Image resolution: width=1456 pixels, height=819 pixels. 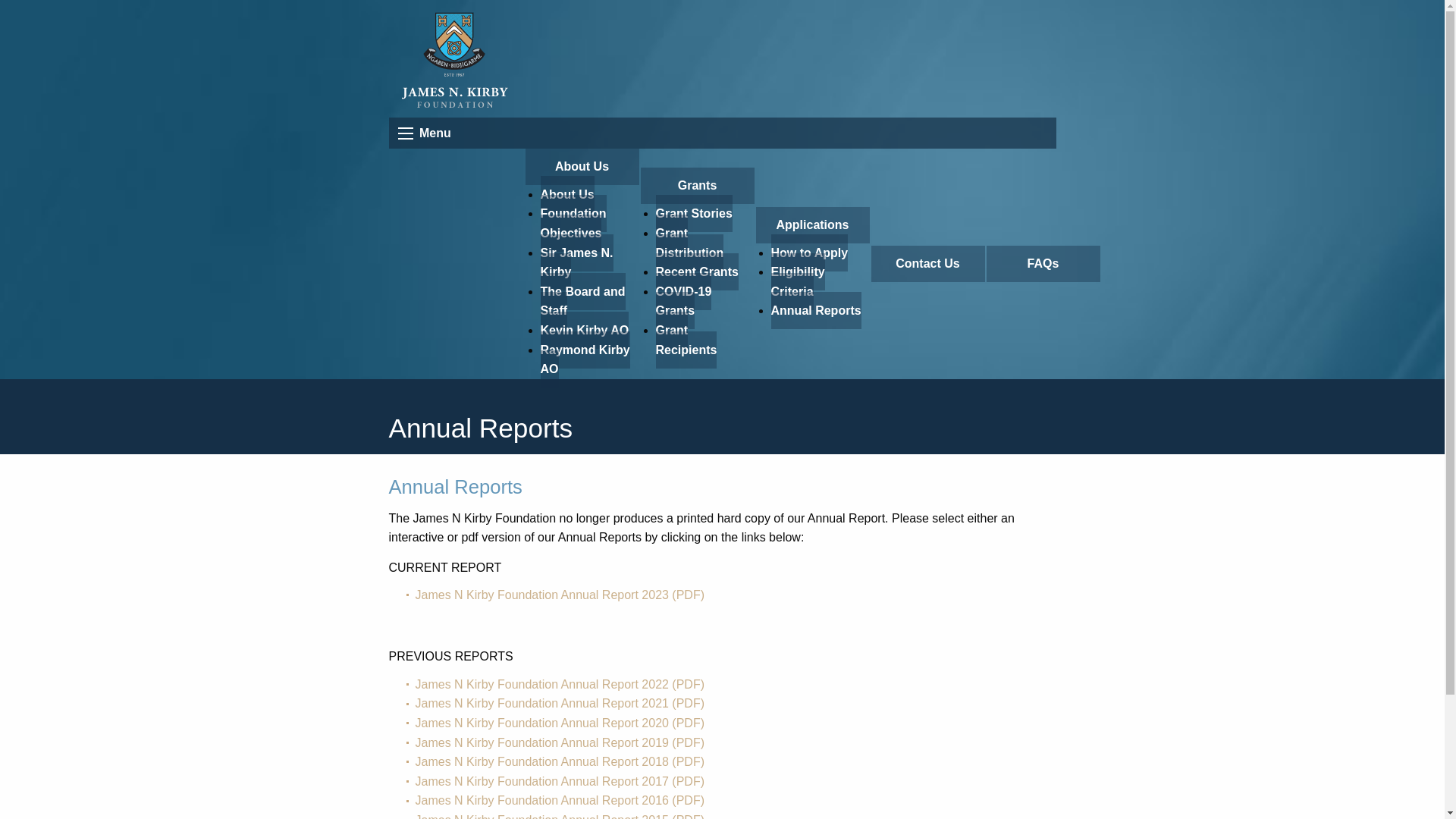 What do you see at coordinates (560, 799) in the screenshot?
I see `'James N Kirby Foundation Annual Report 2016 (PDF)'` at bounding box center [560, 799].